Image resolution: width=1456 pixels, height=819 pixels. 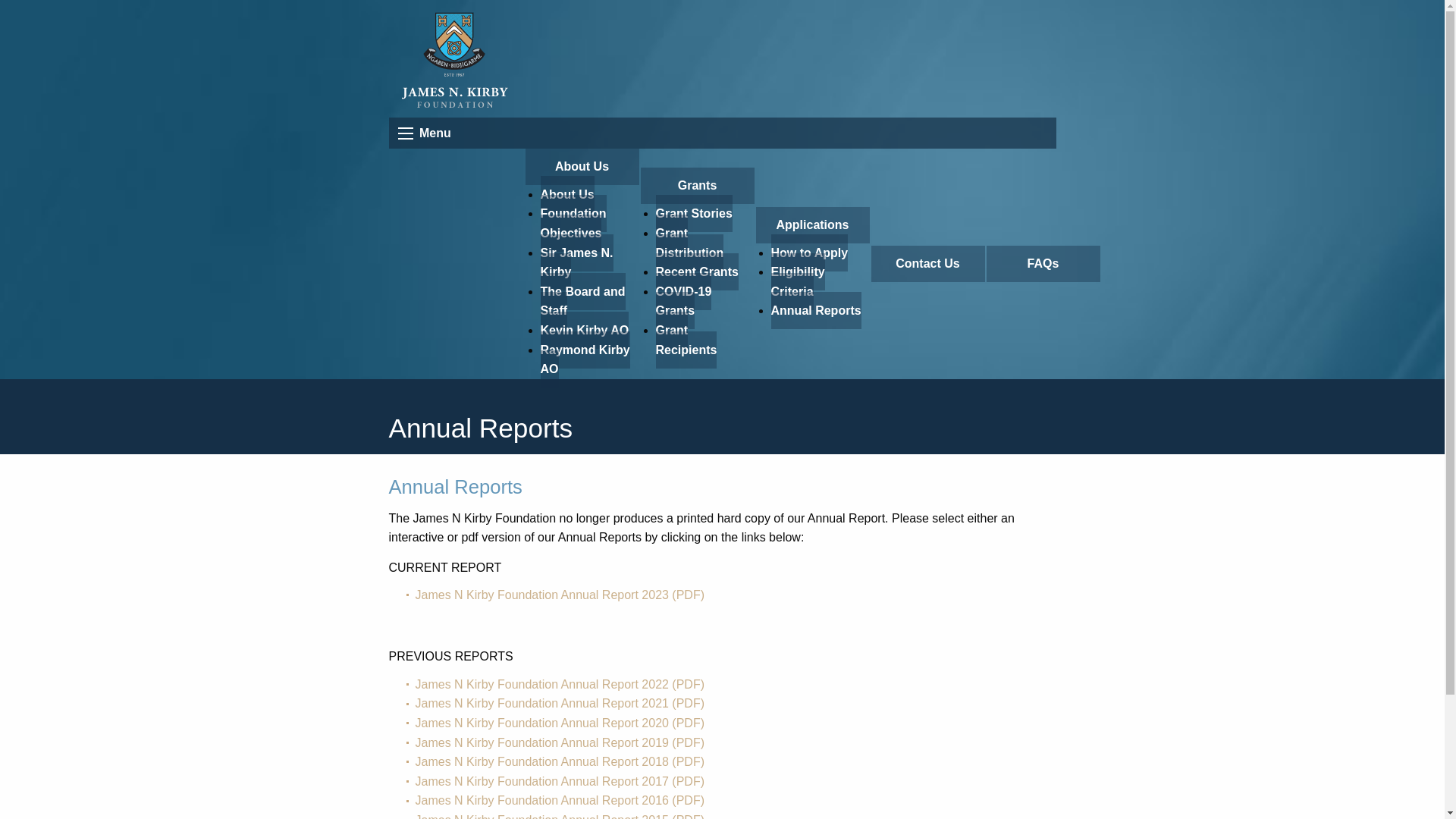 What do you see at coordinates (560, 799) in the screenshot?
I see `'James N Kirby Foundation Annual Report 2016 (PDF)'` at bounding box center [560, 799].